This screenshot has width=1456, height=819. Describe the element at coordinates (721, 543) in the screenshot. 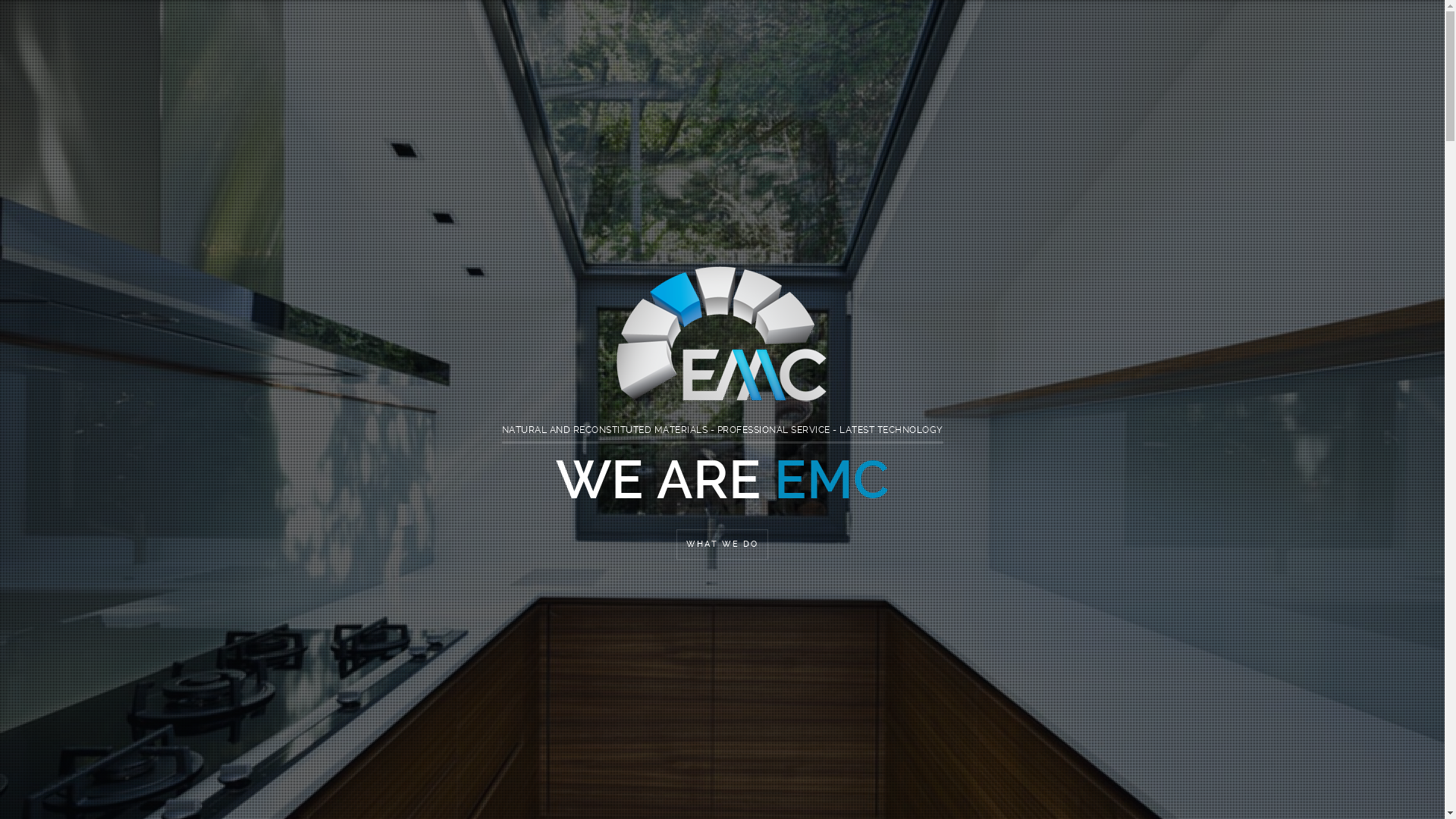

I see `'WHAT WE DO'` at that location.